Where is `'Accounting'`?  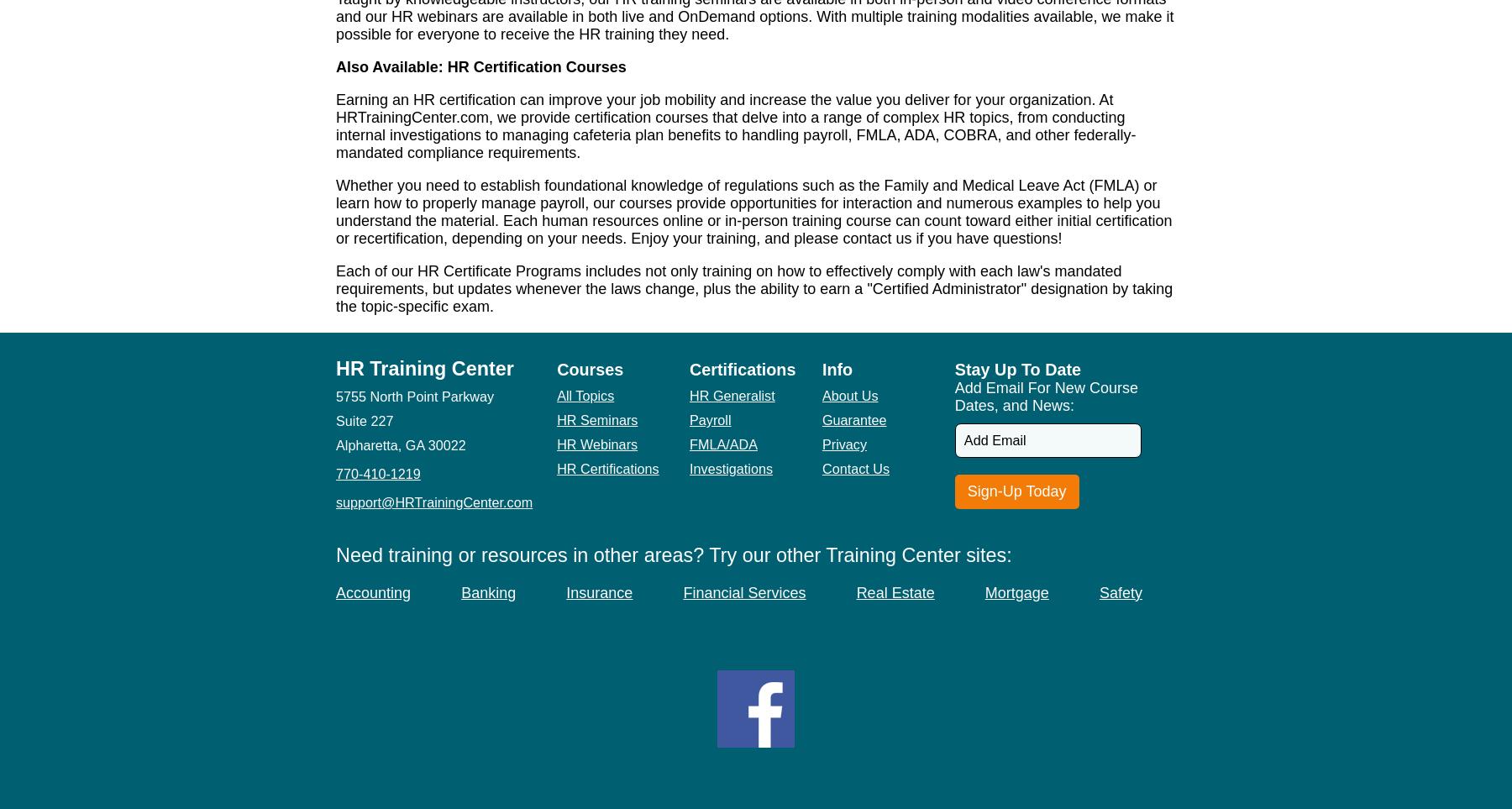 'Accounting' is located at coordinates (373, 591).